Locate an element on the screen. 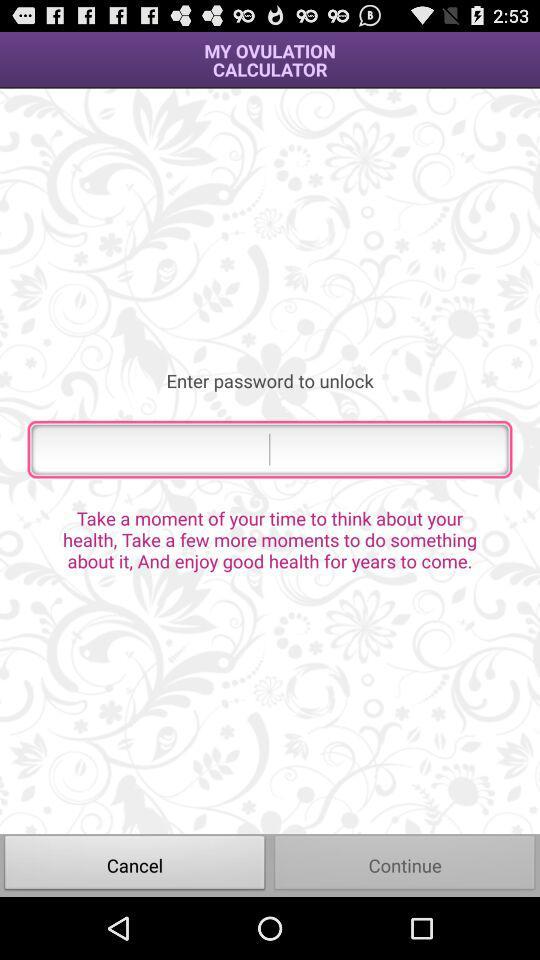 The width and height of the screenshot is (540, 960). the continue is located at coordinates (405, 864).